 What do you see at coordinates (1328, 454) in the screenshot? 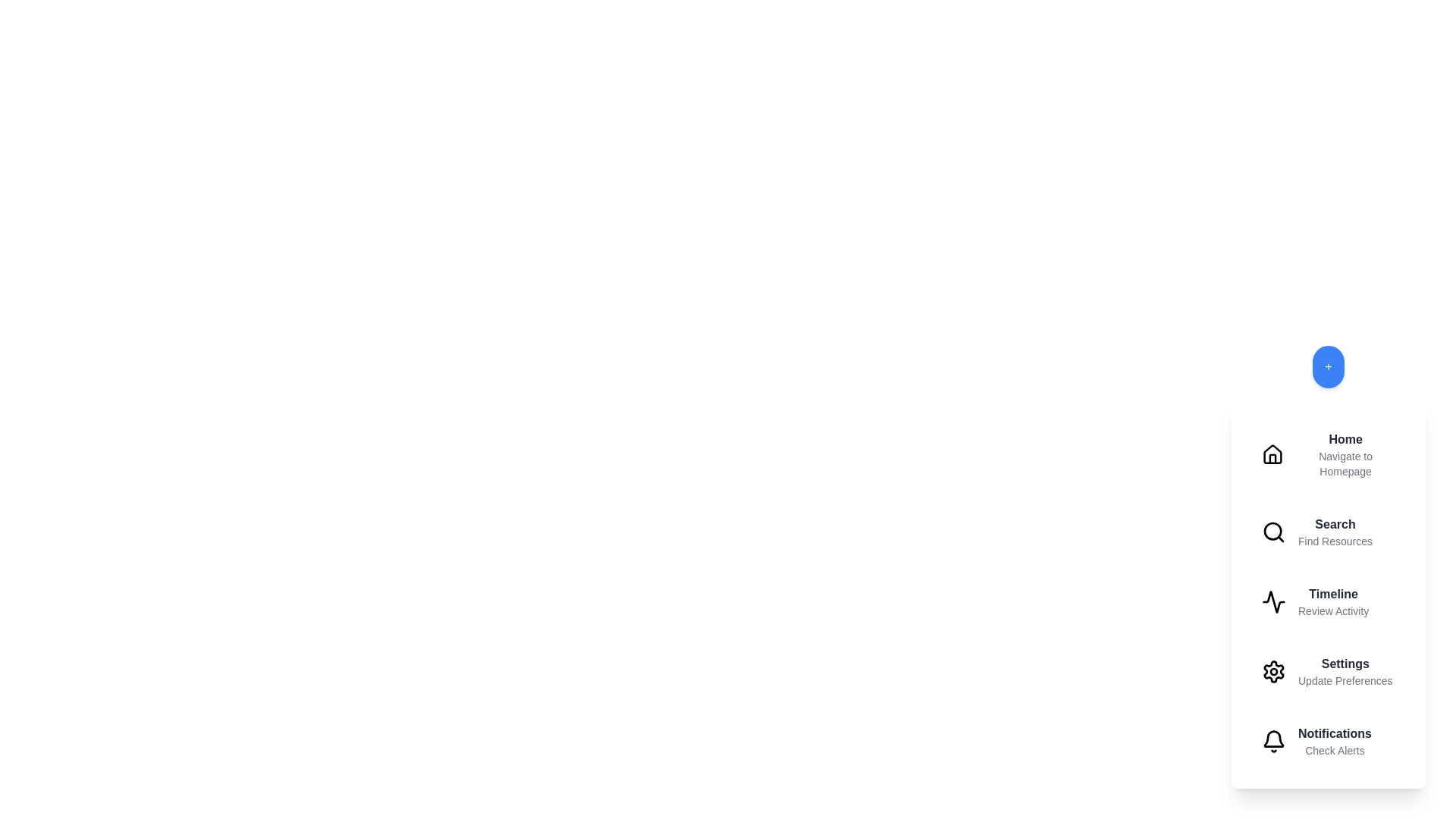
I see `the menu item labeled Home to view its hover effect` at bounding box center [1328, 454].